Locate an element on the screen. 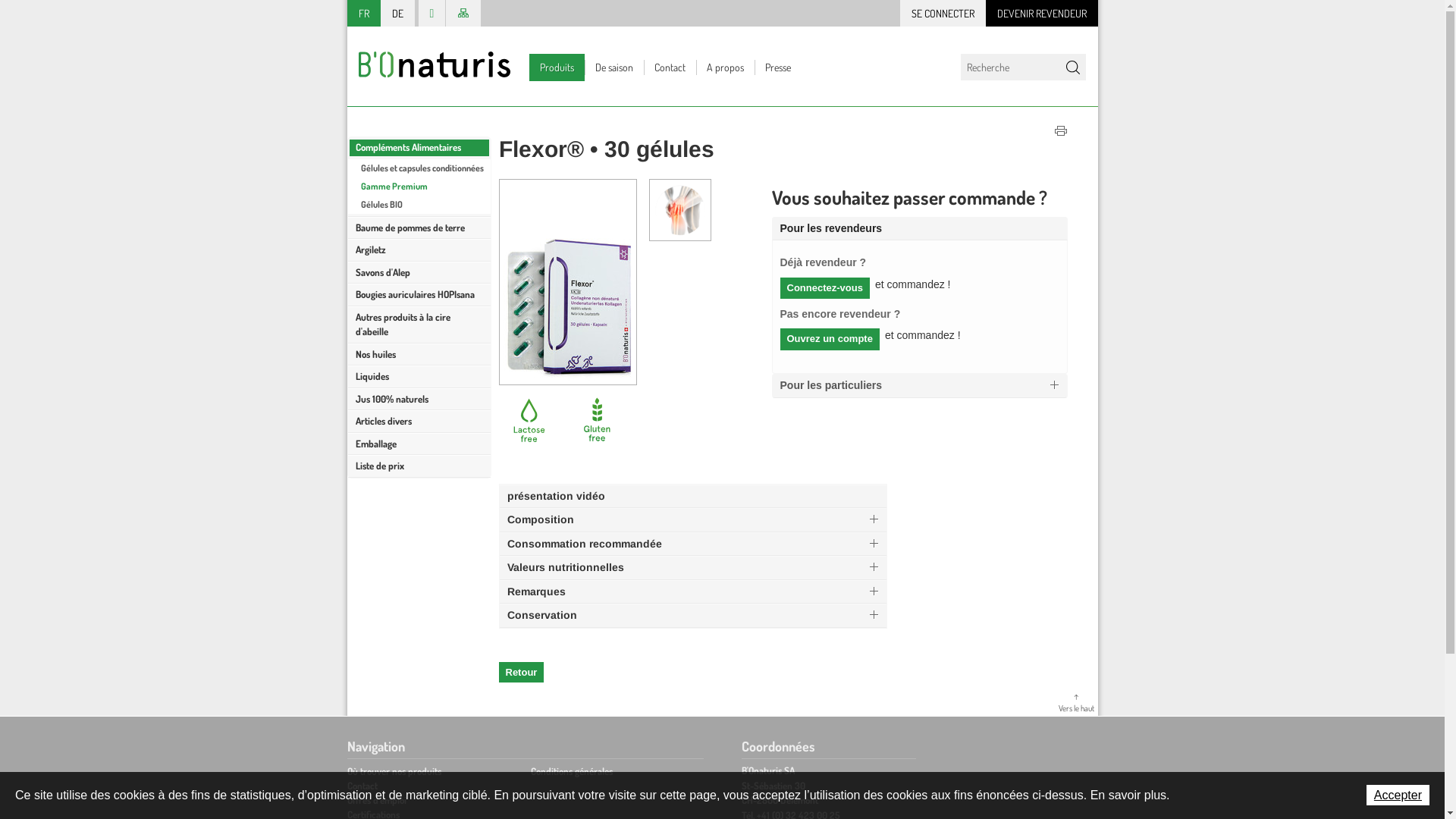  'Liquides' is located at coordinates (419, 376).